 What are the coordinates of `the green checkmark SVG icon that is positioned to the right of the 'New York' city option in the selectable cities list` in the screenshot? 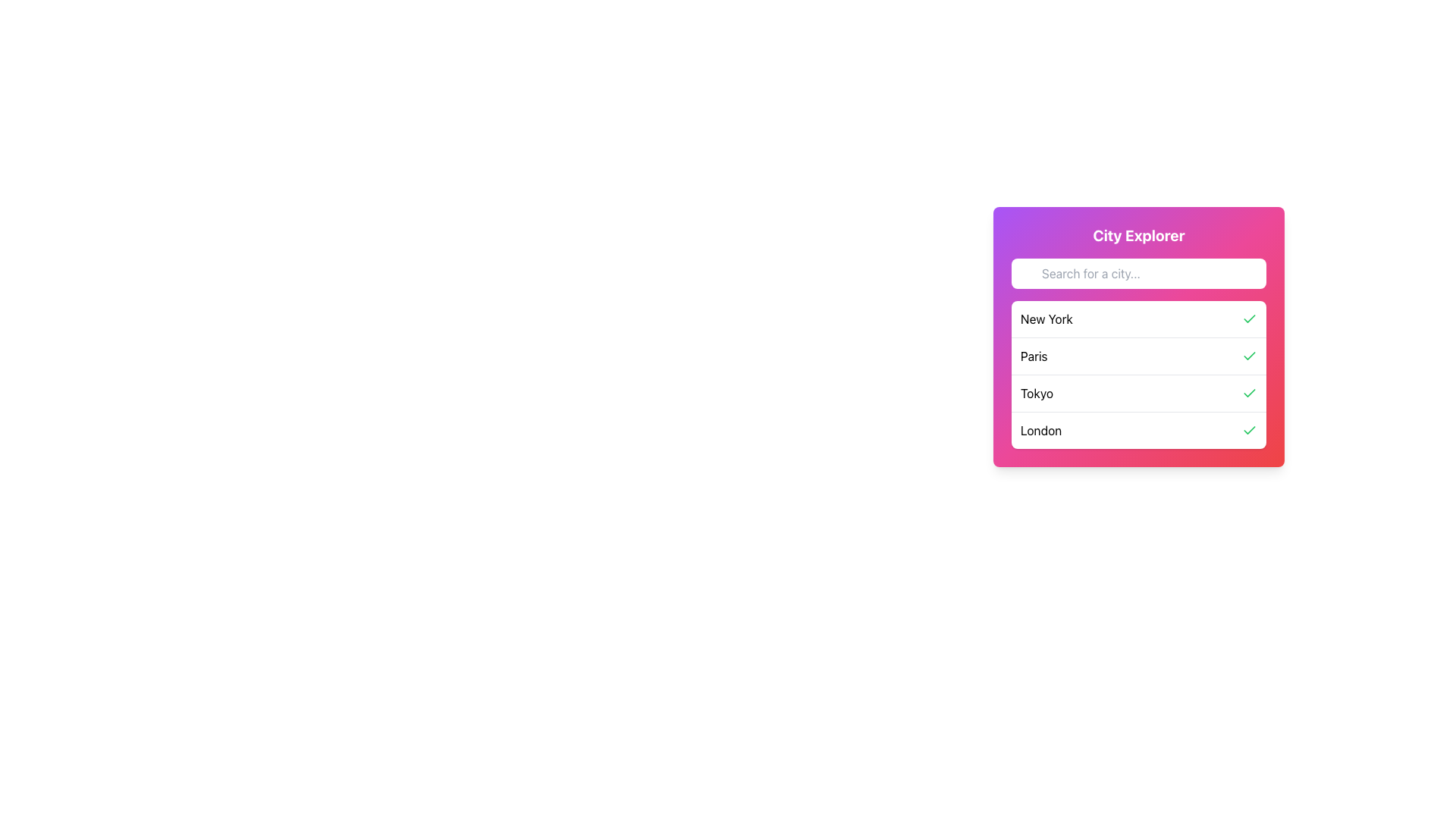 It's located at (1249, 356).